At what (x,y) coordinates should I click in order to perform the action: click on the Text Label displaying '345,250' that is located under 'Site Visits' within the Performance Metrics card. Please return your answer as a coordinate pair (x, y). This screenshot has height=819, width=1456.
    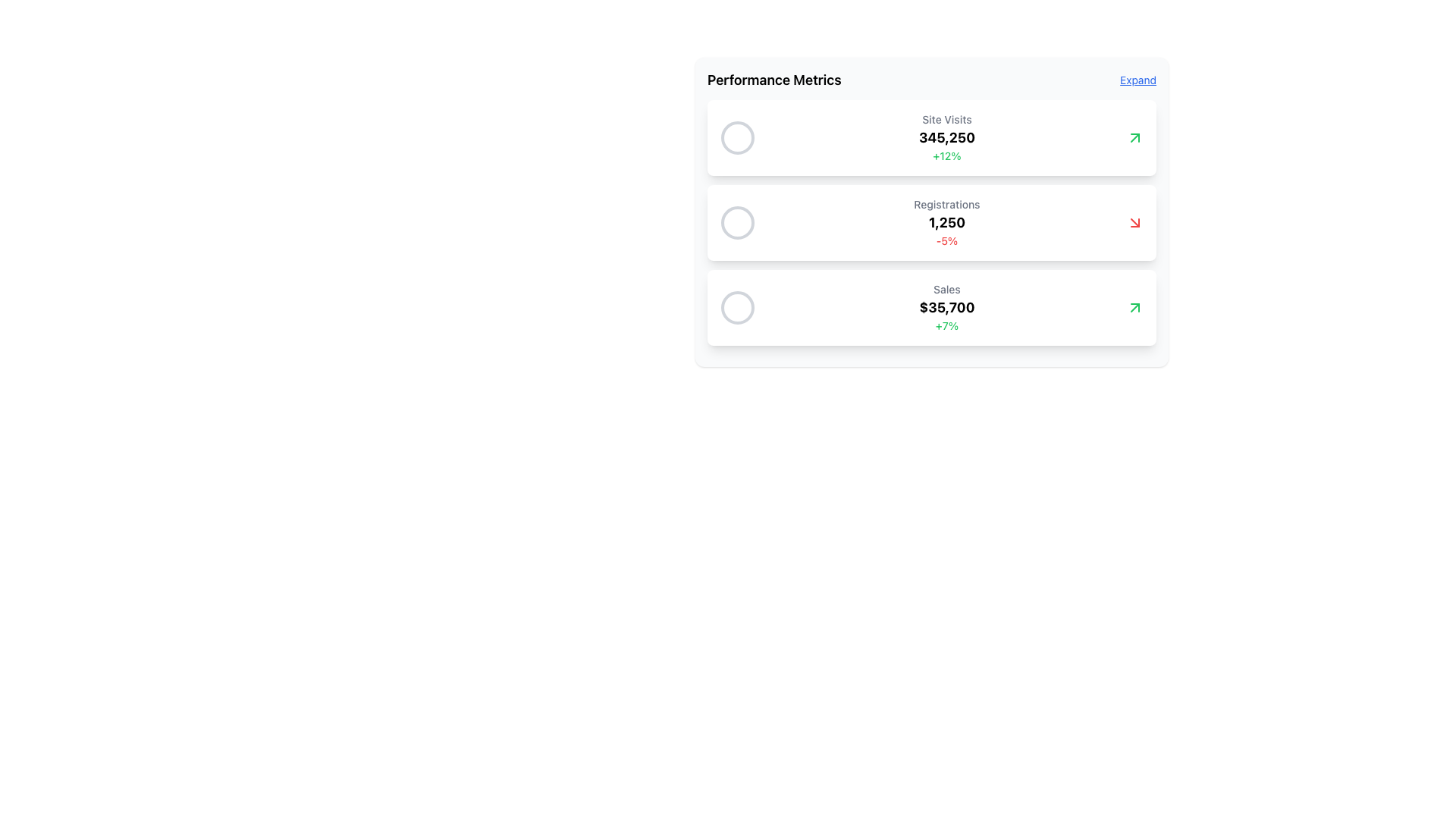
    Looking at the image, I should click on (946, 137).